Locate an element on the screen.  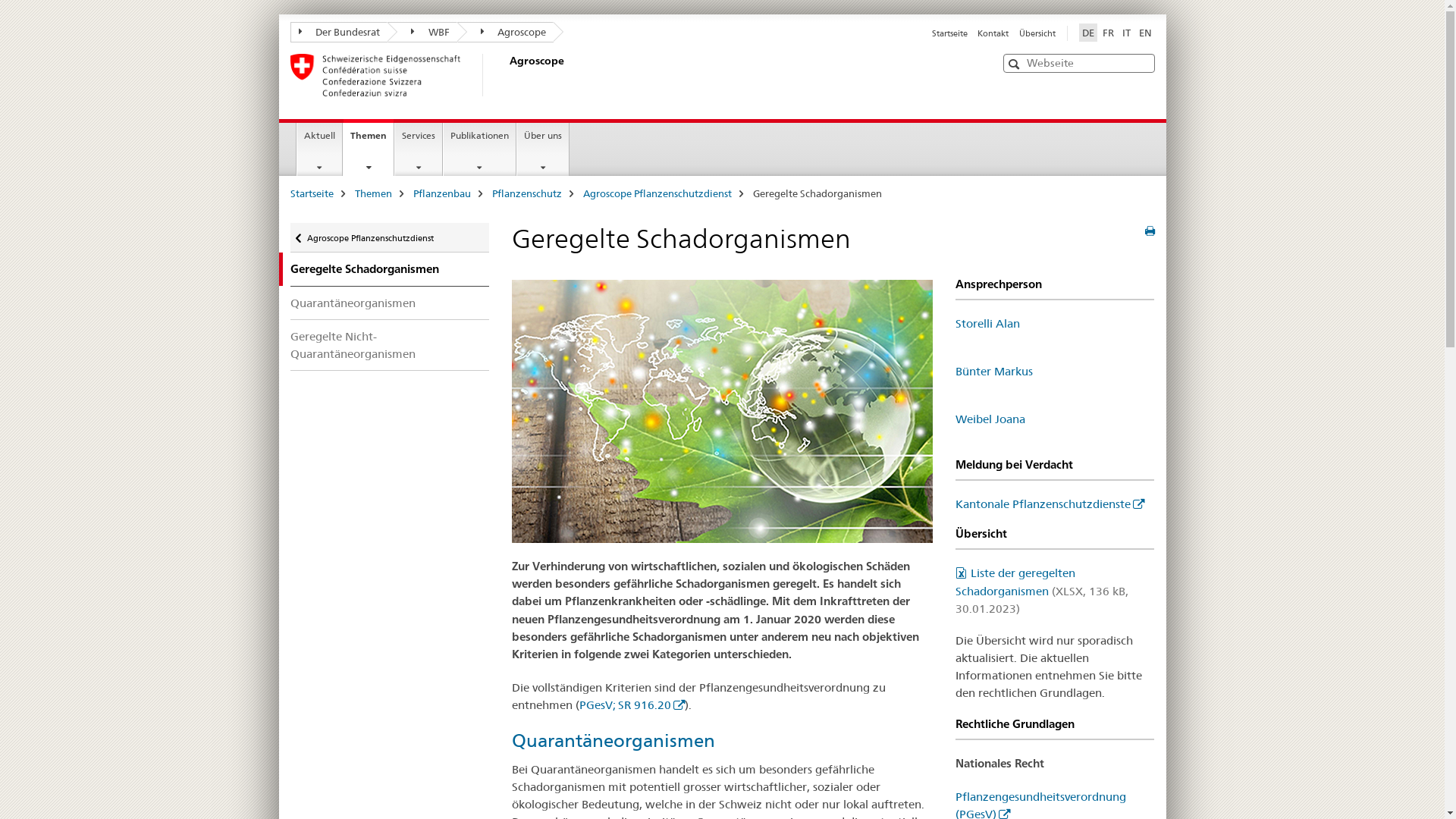
'Storelli Alan' is located at coordinates (954, 322).